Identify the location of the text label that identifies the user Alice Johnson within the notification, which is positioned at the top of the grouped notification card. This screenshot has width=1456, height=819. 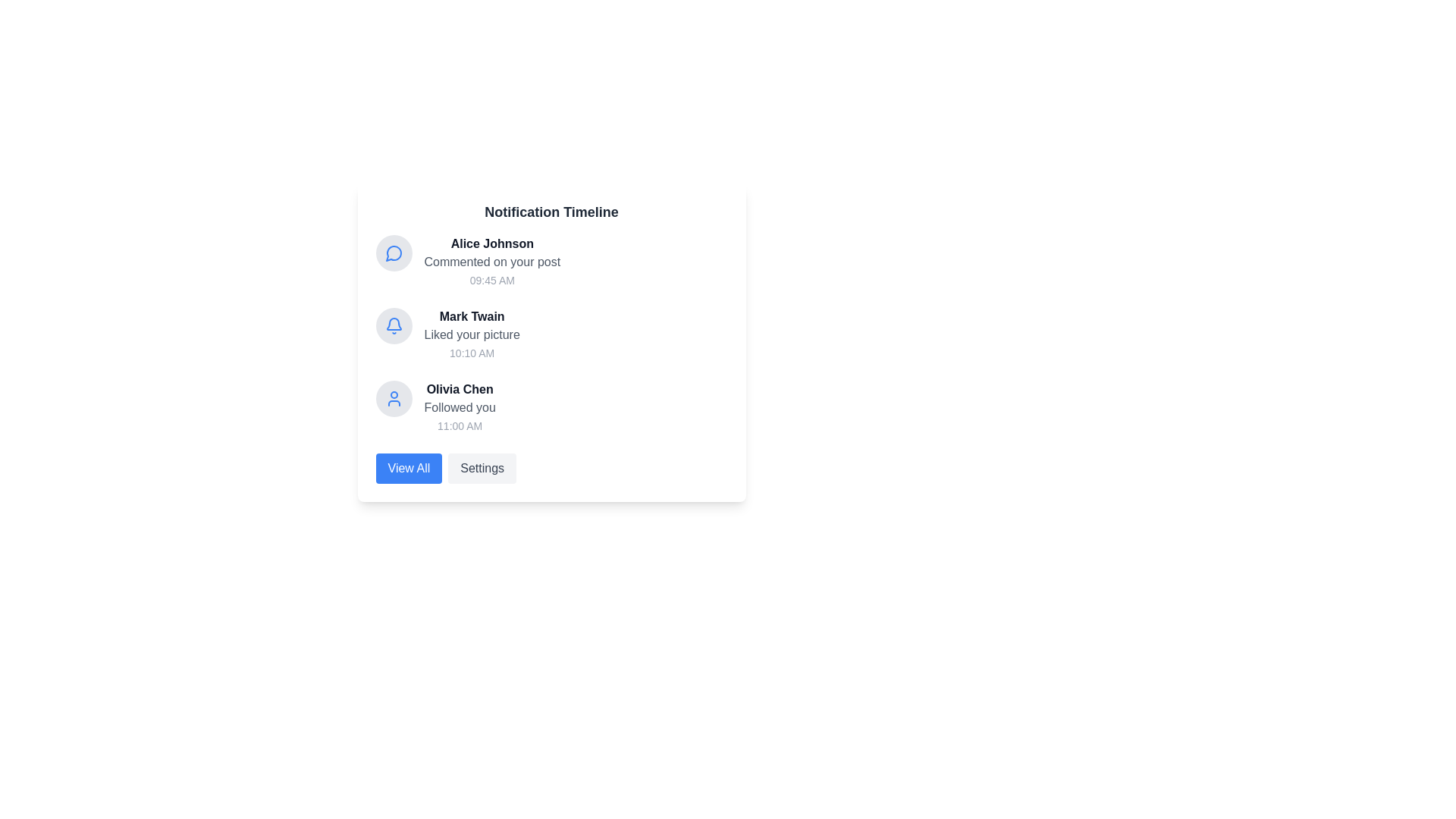
(492, 243).